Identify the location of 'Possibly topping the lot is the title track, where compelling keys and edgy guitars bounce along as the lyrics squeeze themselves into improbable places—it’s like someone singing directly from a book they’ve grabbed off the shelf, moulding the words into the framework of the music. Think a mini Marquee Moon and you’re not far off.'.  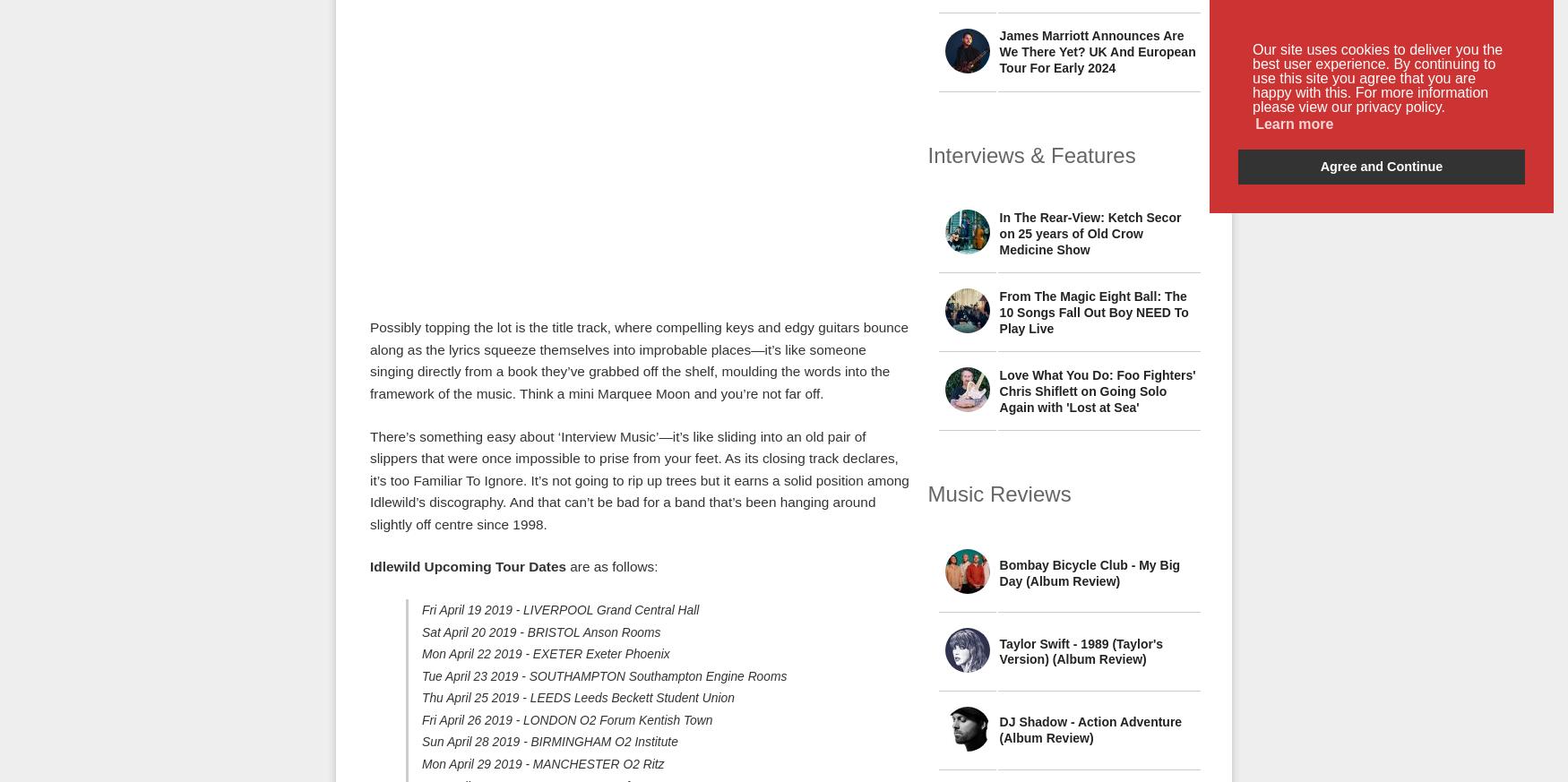
(639, 359).